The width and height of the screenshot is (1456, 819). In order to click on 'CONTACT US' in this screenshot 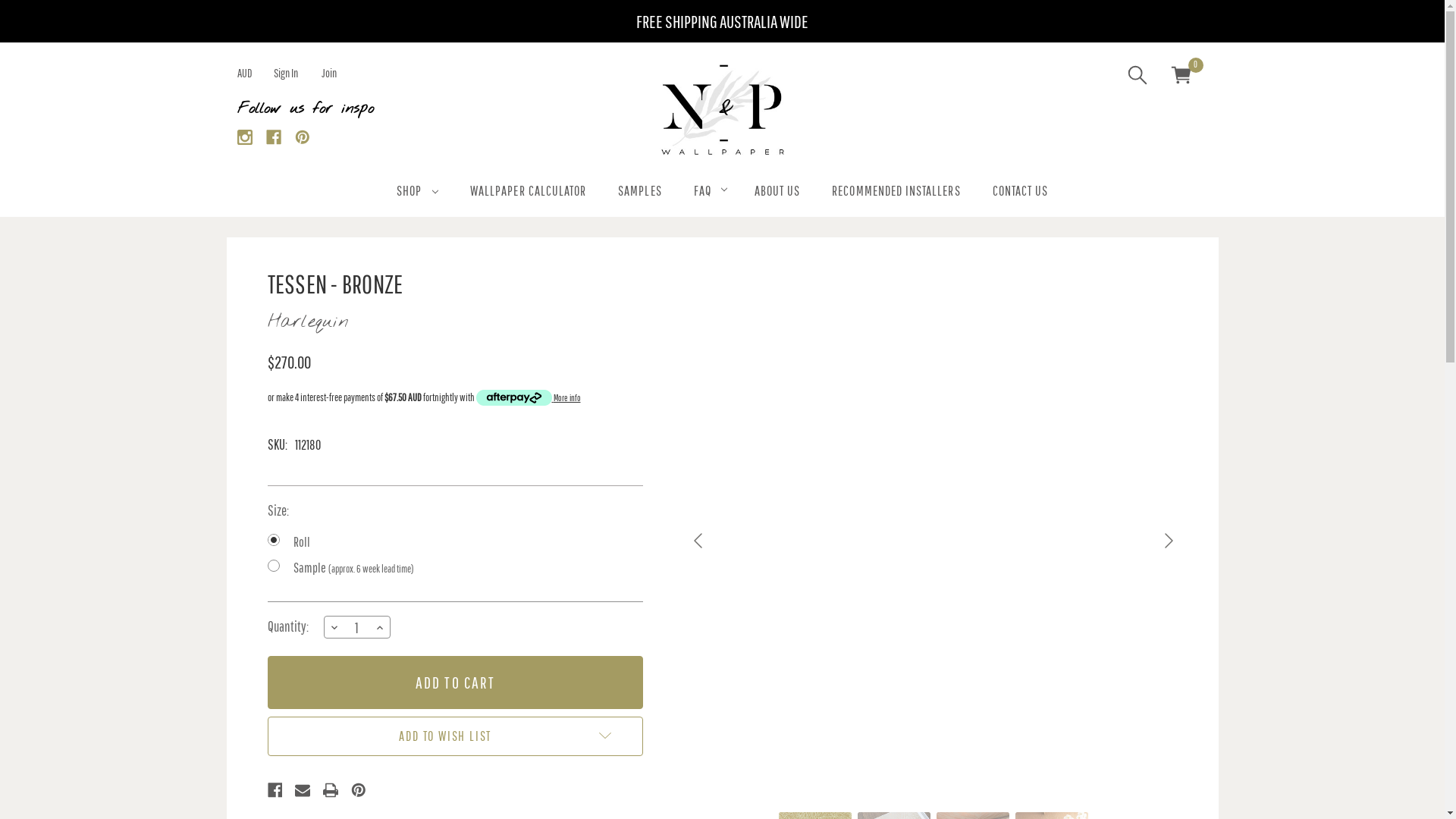, I will do `click(1020, 192)`.